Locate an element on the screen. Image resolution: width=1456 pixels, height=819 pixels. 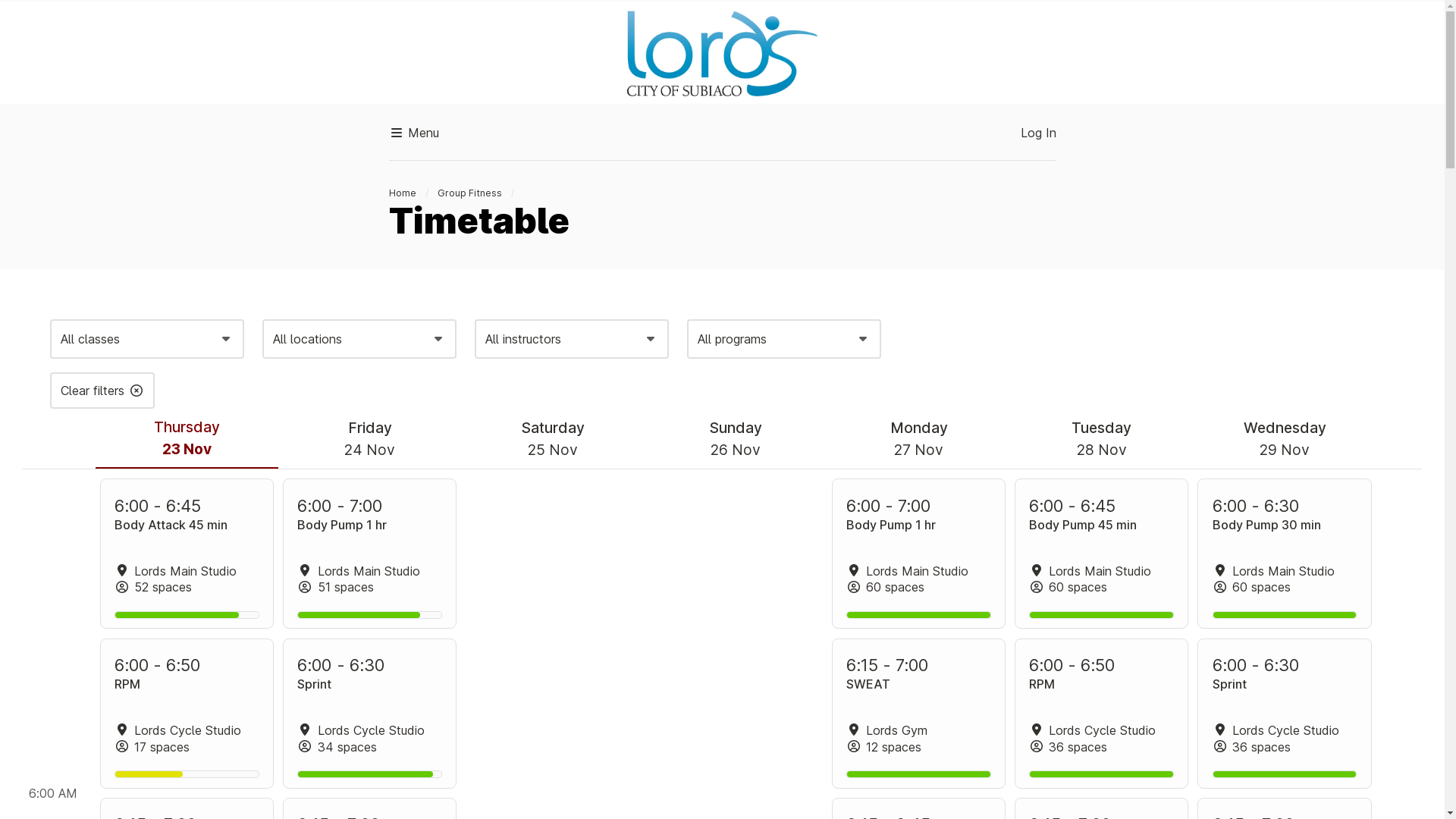
'Body Pump 45 min is located at coordinates (1101, 553).